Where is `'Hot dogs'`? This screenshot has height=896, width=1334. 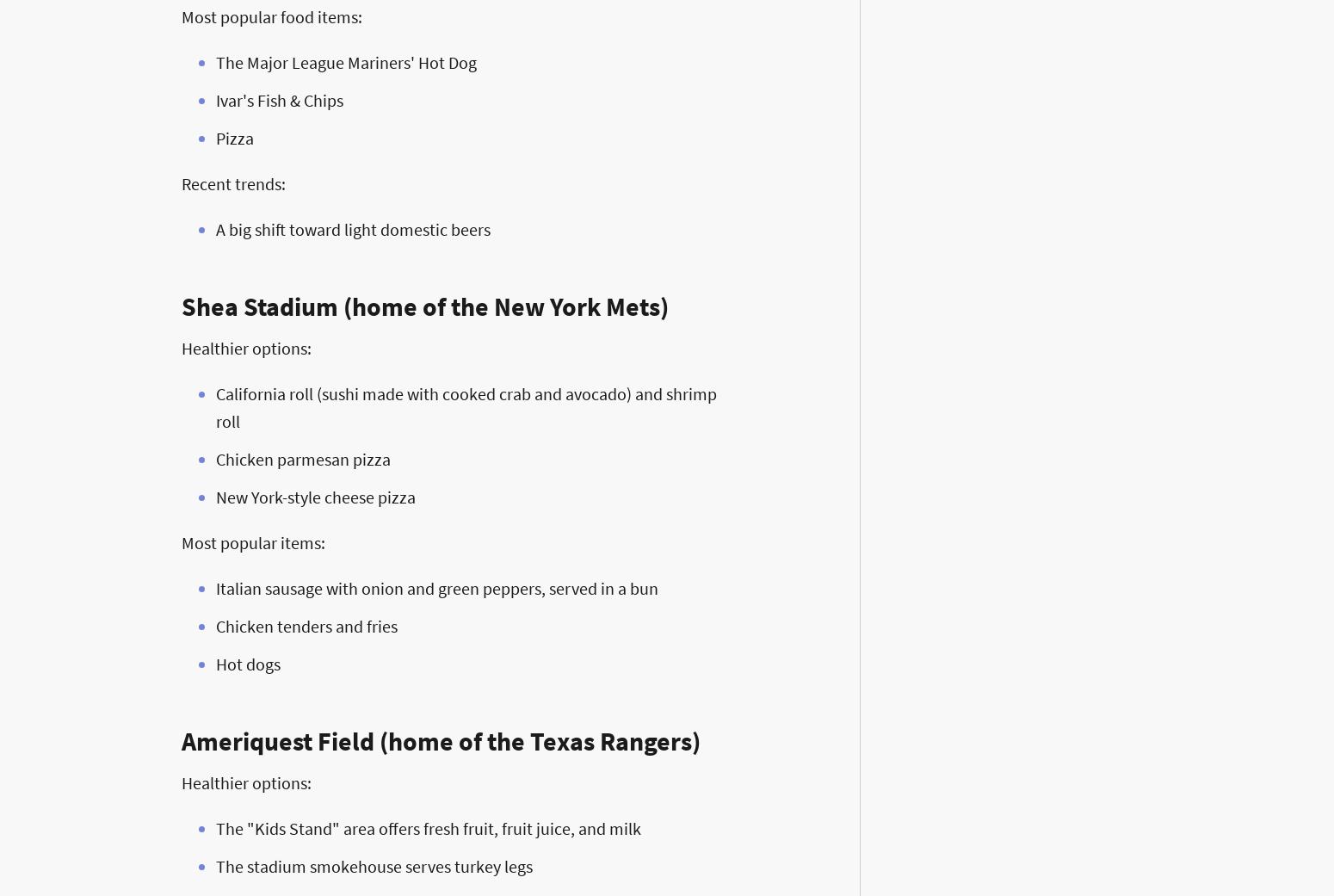 'Hot dogs' is located at coordinates (248, 664).